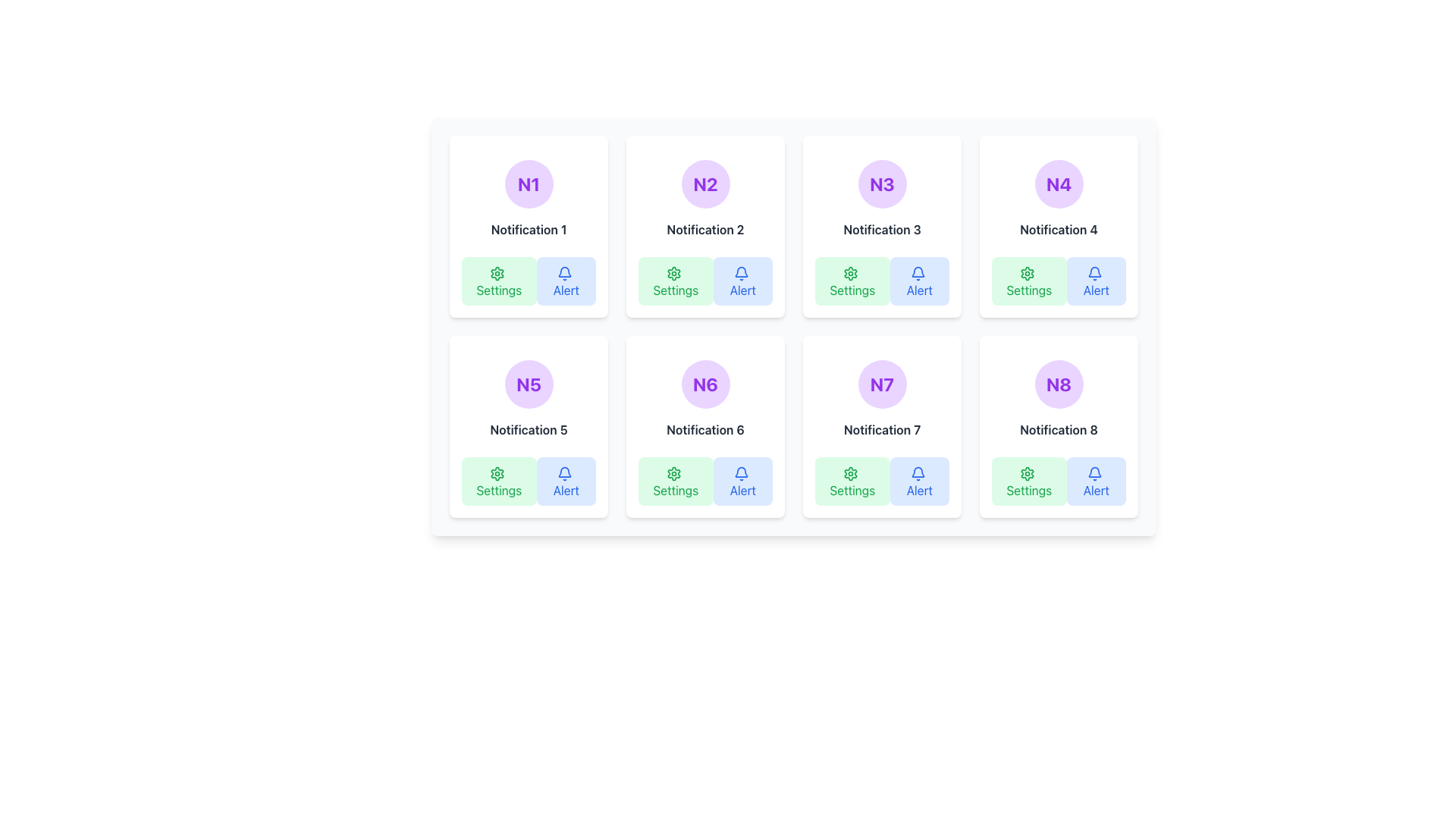 The image size is (1456, 819). What do you see at coordinates (1058, 281) in the screenshot?
I see `the leftmost button in the 'Notification 4' card` at bounding box center [1058, 281].